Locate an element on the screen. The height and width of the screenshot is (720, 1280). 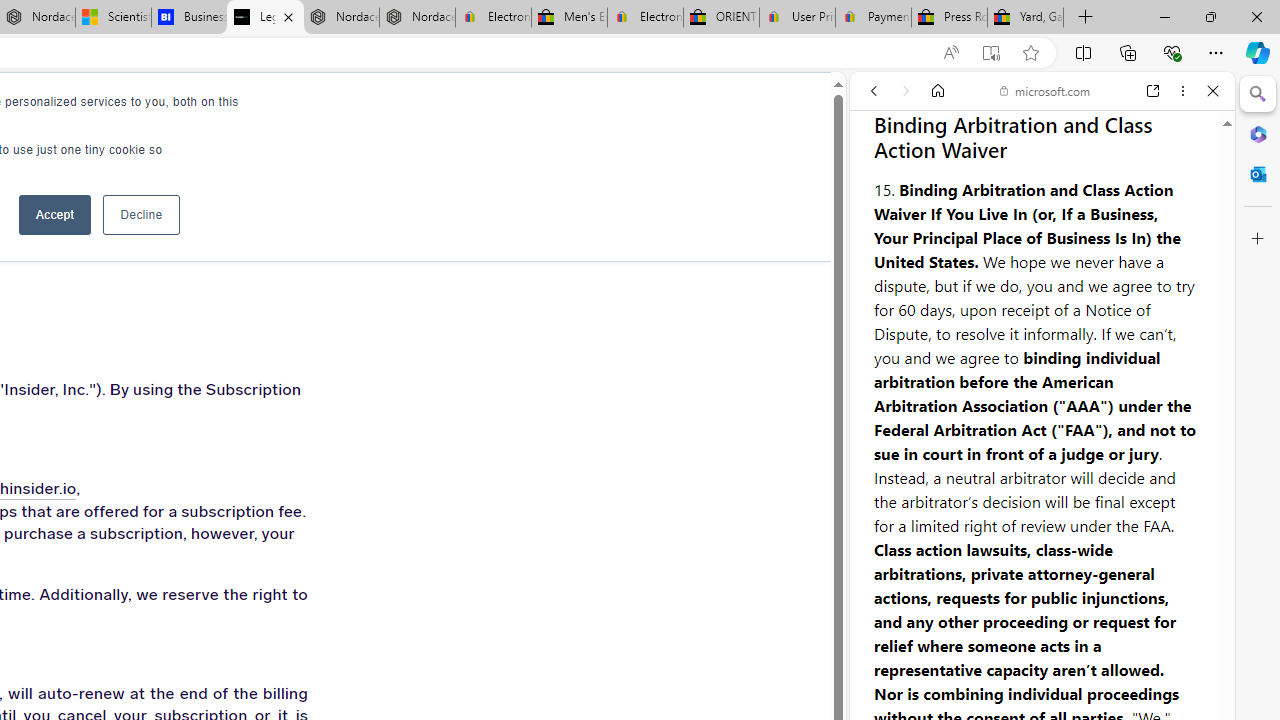
'microsoft.com' is located at coordinates (1044, 91).